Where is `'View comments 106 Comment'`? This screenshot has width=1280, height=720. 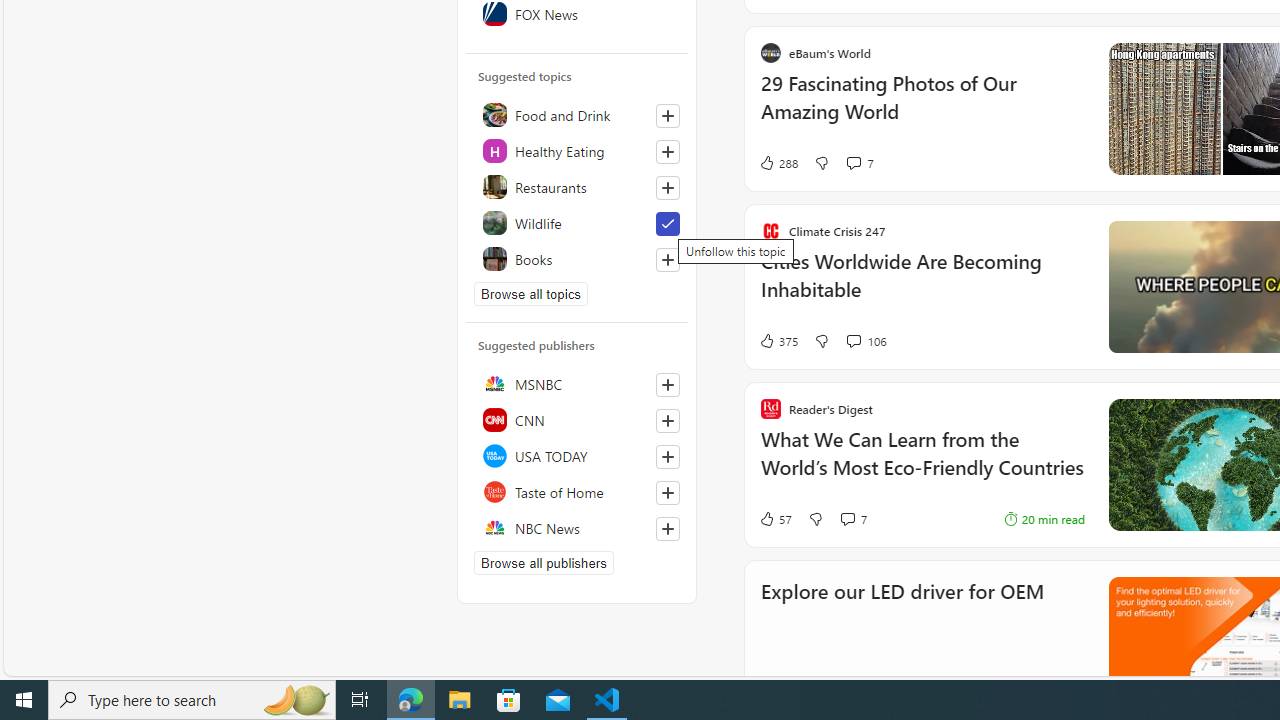
'View comments 106 Comment' is located at coordinates (865, 339).